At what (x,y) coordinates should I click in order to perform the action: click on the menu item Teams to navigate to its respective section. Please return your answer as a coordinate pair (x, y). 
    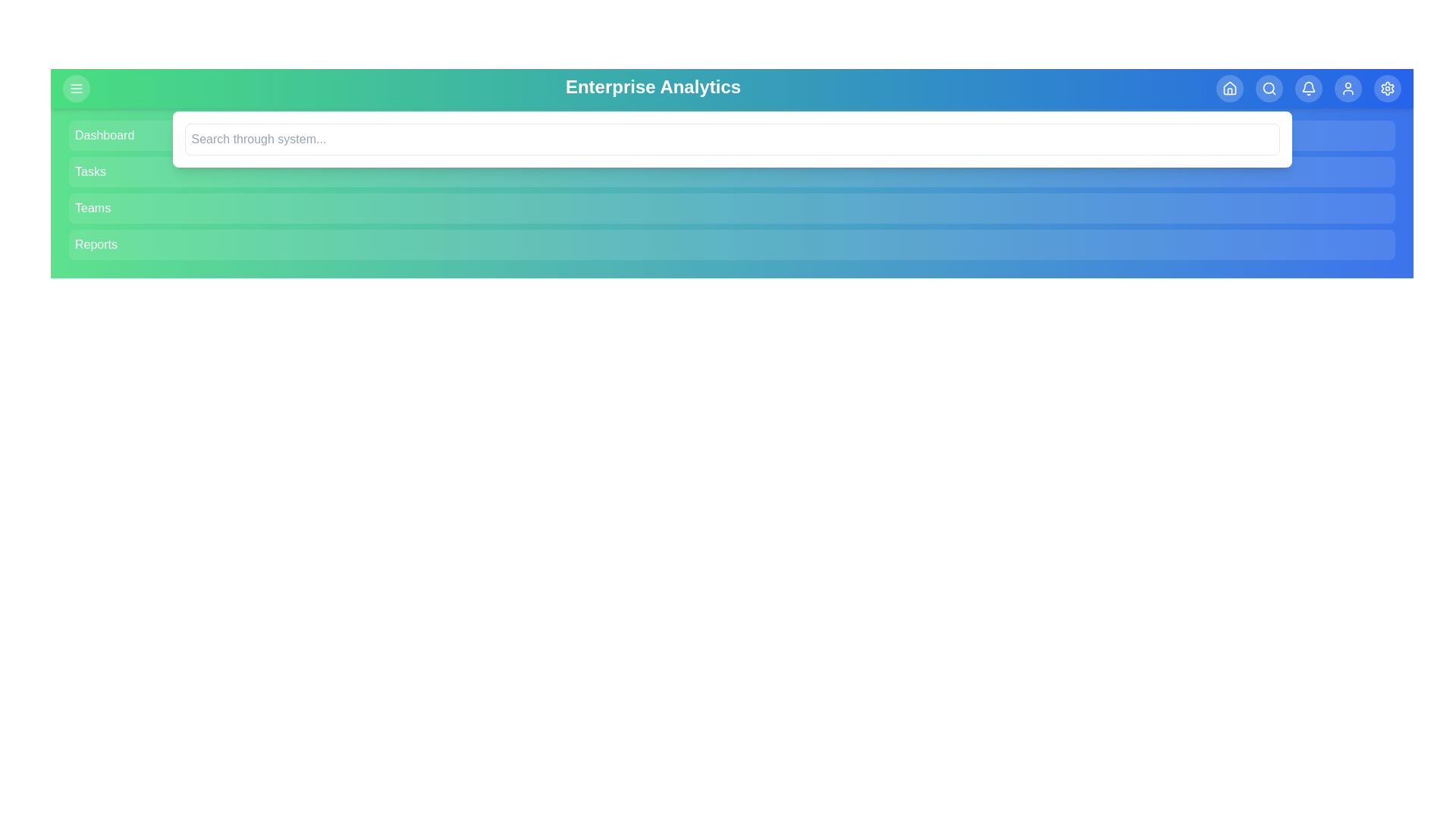
    Looking at the image, I should click on (732, 208).